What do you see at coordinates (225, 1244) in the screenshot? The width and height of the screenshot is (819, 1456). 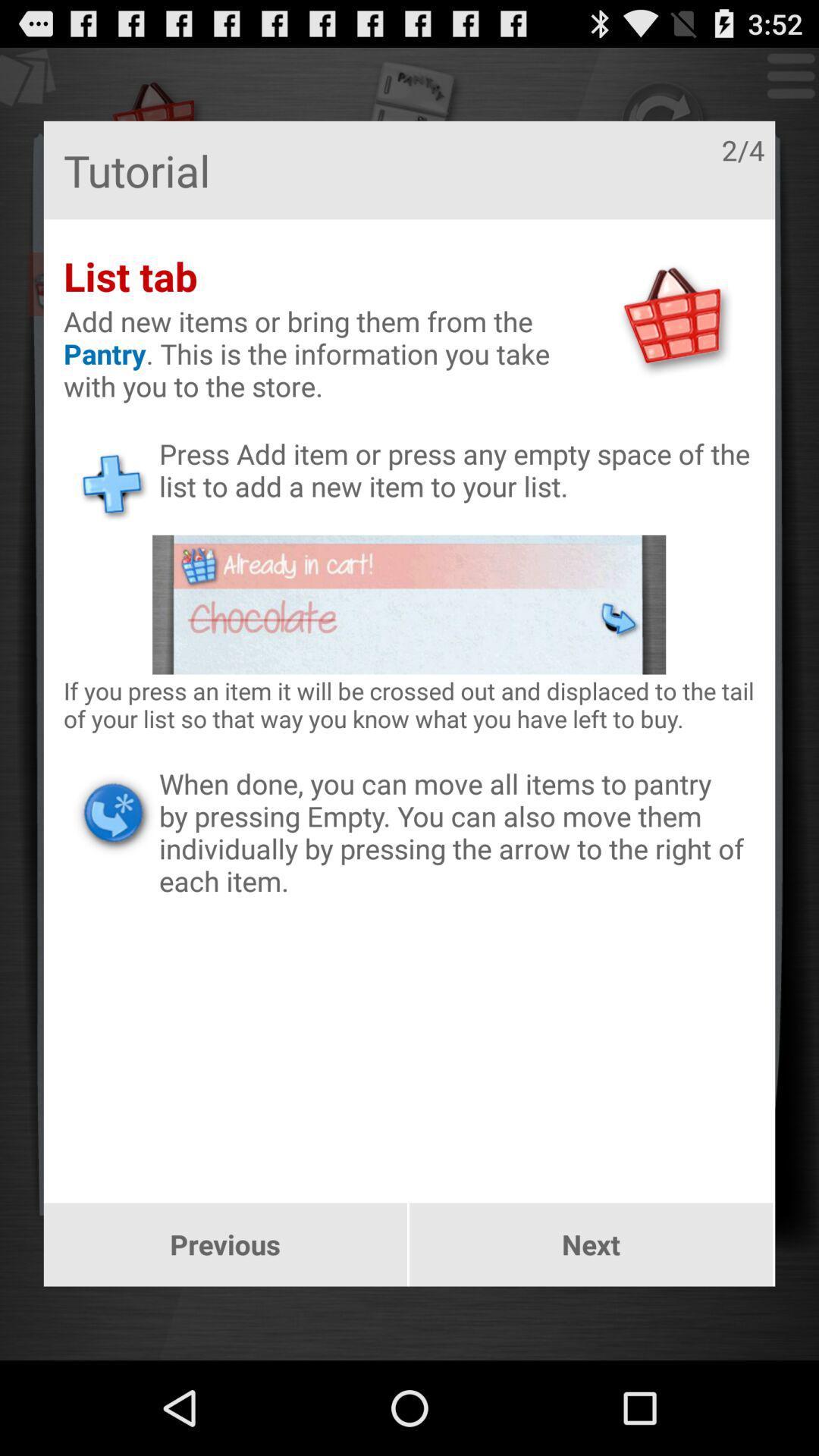 I see `the item next to the next button` at bounding box center [225, 1244].